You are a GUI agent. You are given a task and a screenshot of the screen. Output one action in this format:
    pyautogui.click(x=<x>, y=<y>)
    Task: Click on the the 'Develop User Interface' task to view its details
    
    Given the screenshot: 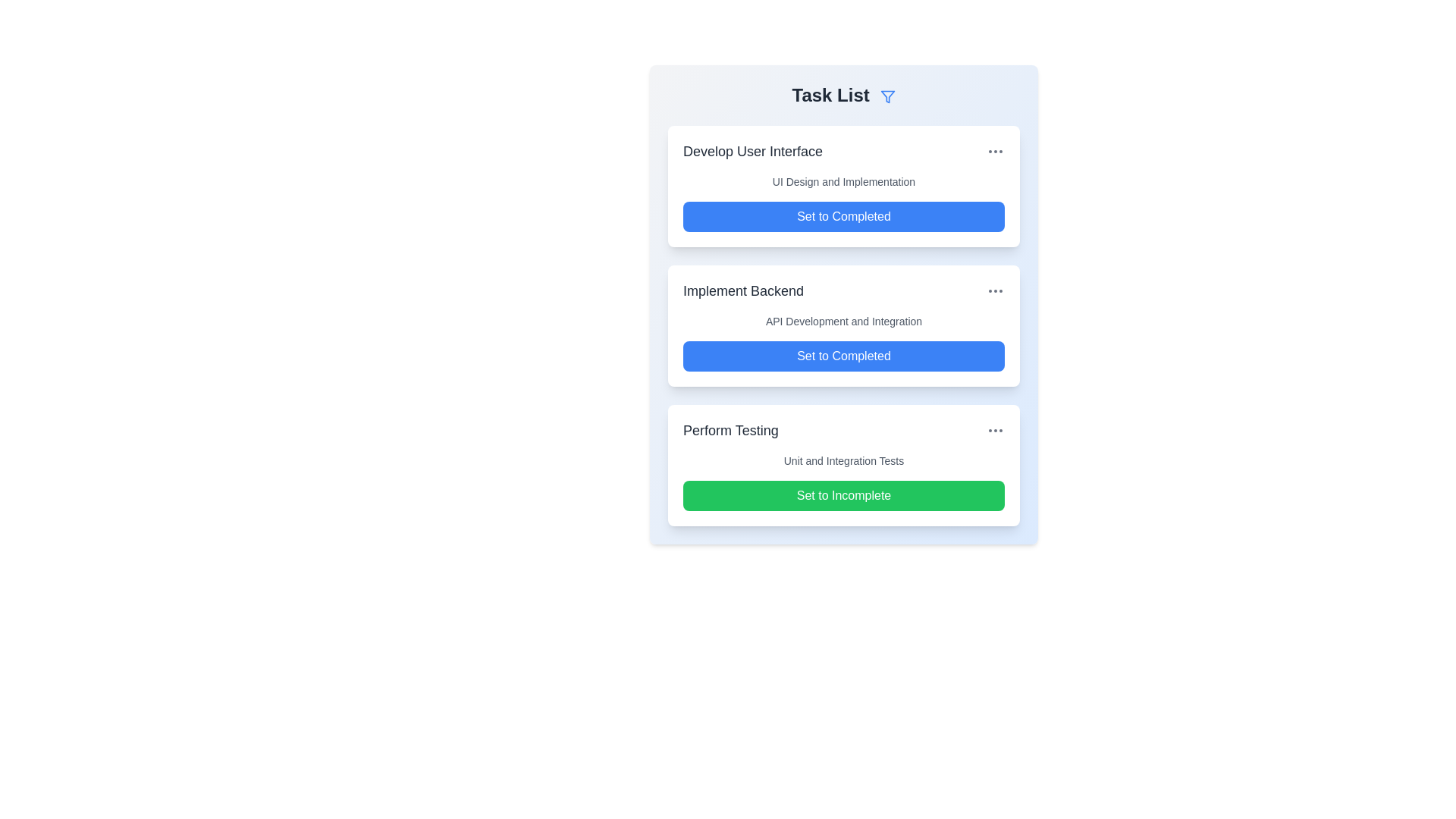 What is the action you would take?
    pyautogui.click(x=753, y=152)
    